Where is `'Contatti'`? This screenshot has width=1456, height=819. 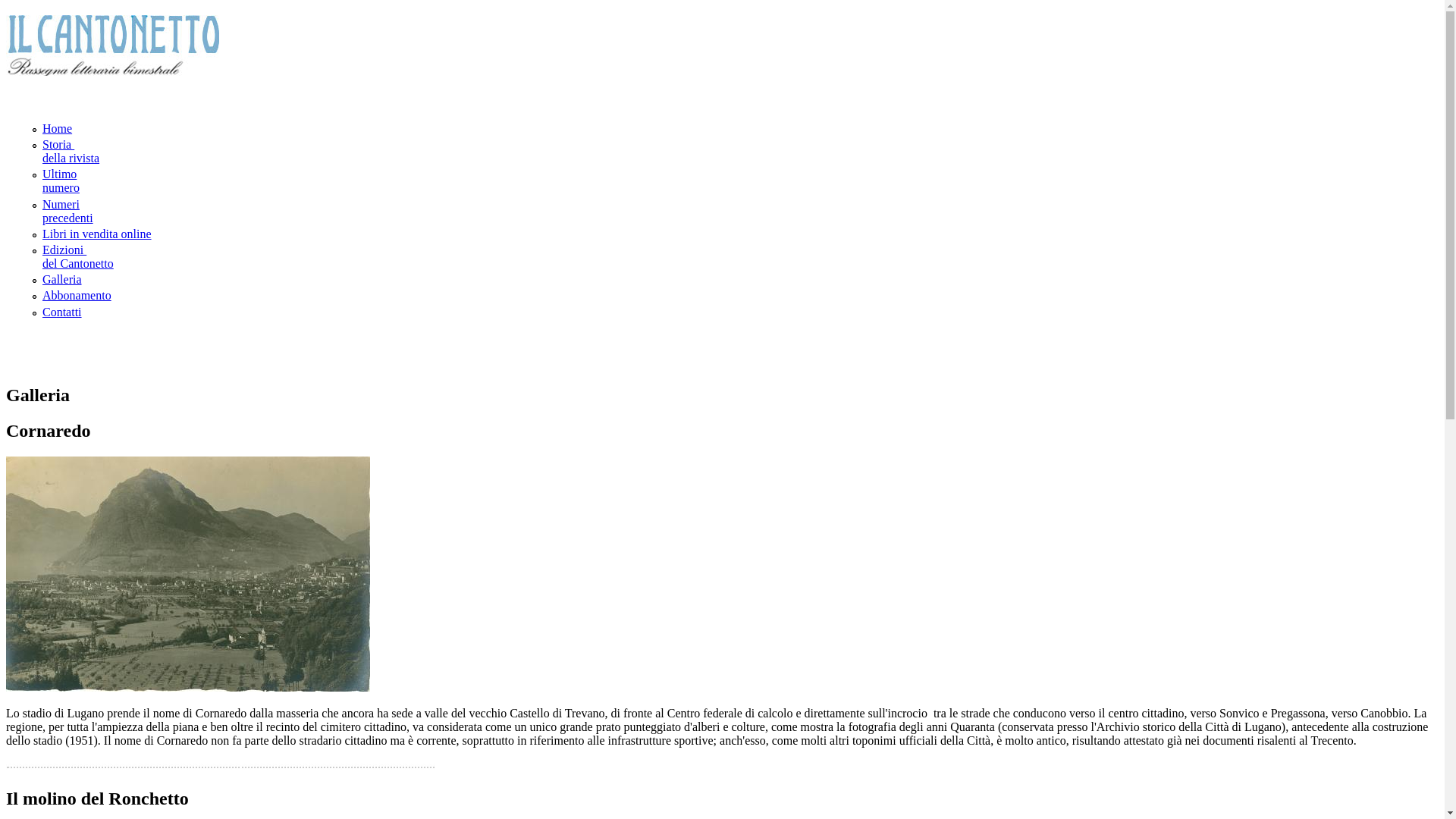
'Contatti' is located at coordinates (61, 310).